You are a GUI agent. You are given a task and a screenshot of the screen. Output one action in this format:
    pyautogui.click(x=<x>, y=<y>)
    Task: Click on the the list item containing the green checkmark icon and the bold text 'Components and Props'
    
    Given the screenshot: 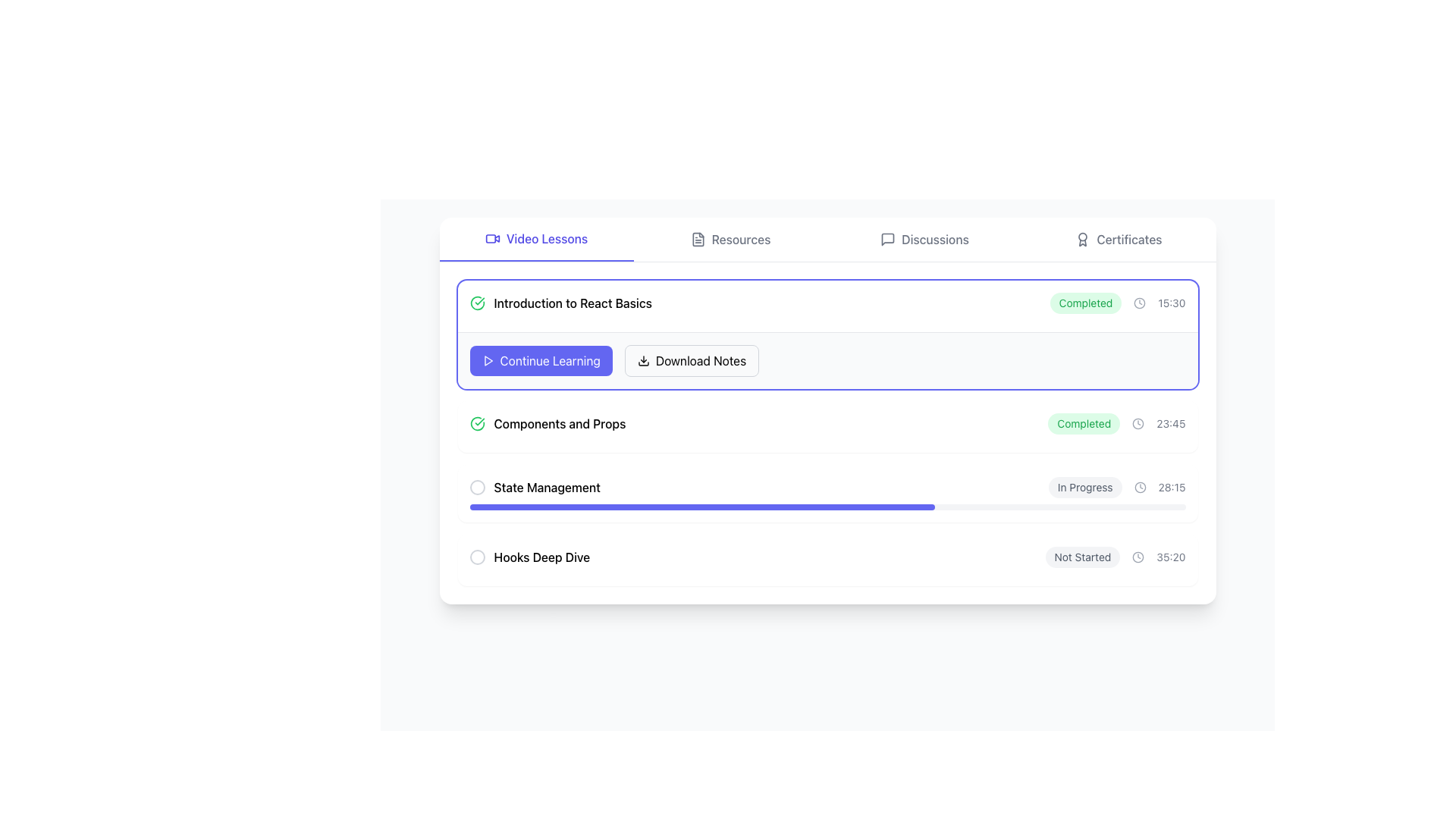 What is the action you would take?
    pyautogui.click(x=547, y=424)
    